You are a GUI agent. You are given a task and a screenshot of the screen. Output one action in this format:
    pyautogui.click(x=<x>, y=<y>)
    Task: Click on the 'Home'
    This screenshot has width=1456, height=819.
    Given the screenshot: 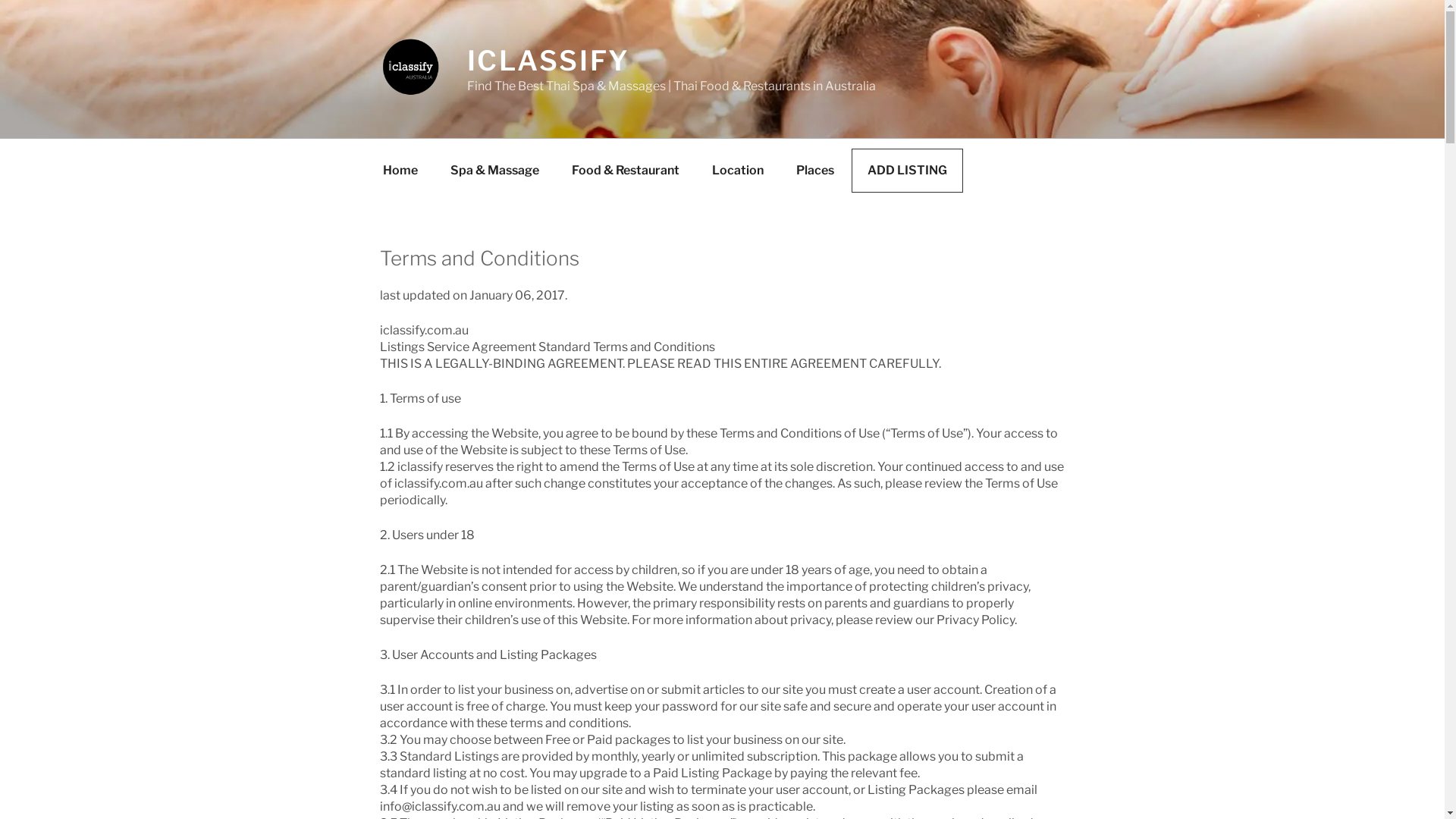 What is the action you would take?
    pyautogui.click(x=400, y=170)
    